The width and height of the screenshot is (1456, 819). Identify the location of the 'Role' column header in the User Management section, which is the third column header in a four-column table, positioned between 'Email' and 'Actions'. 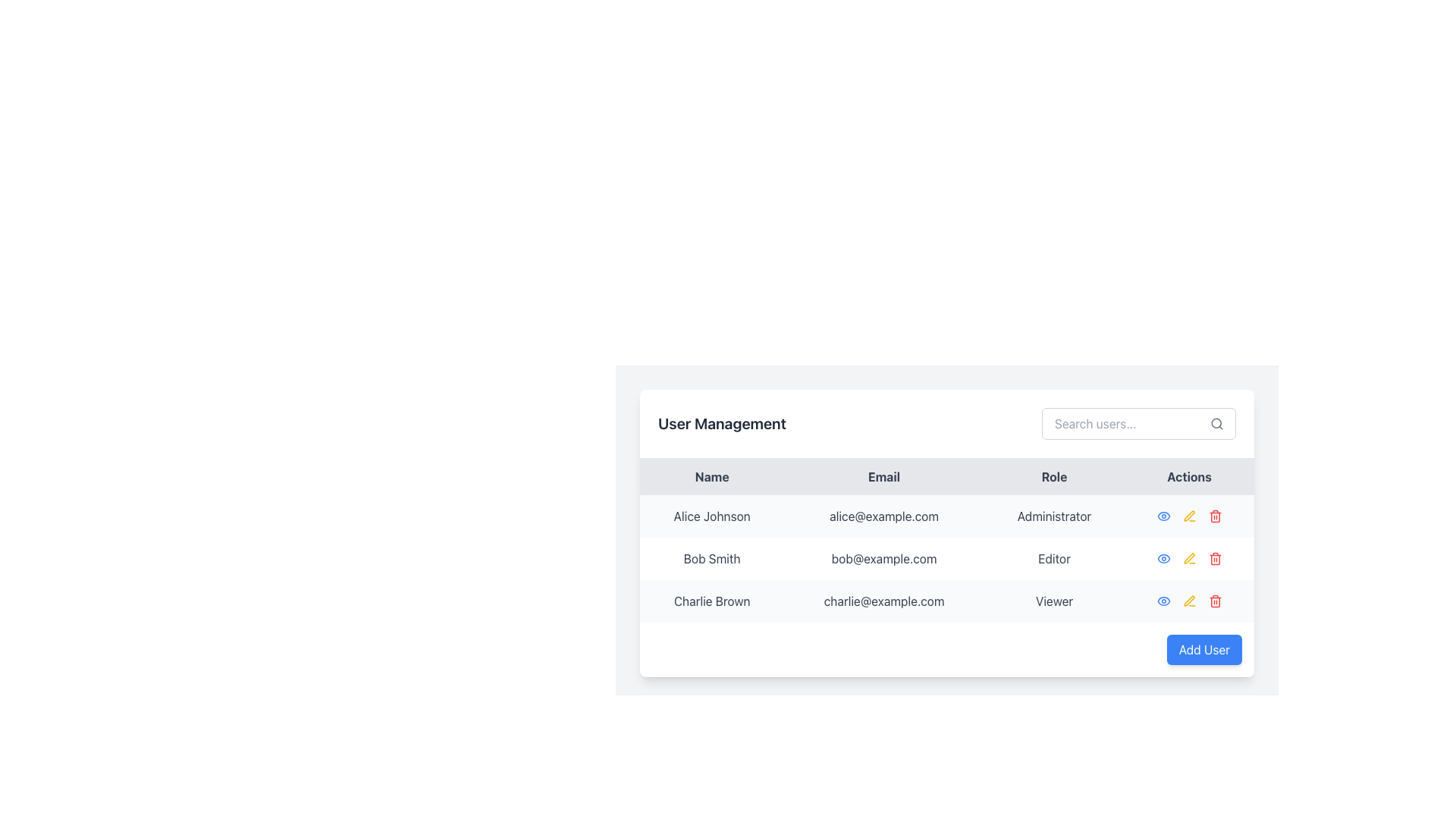
(1053, 475).